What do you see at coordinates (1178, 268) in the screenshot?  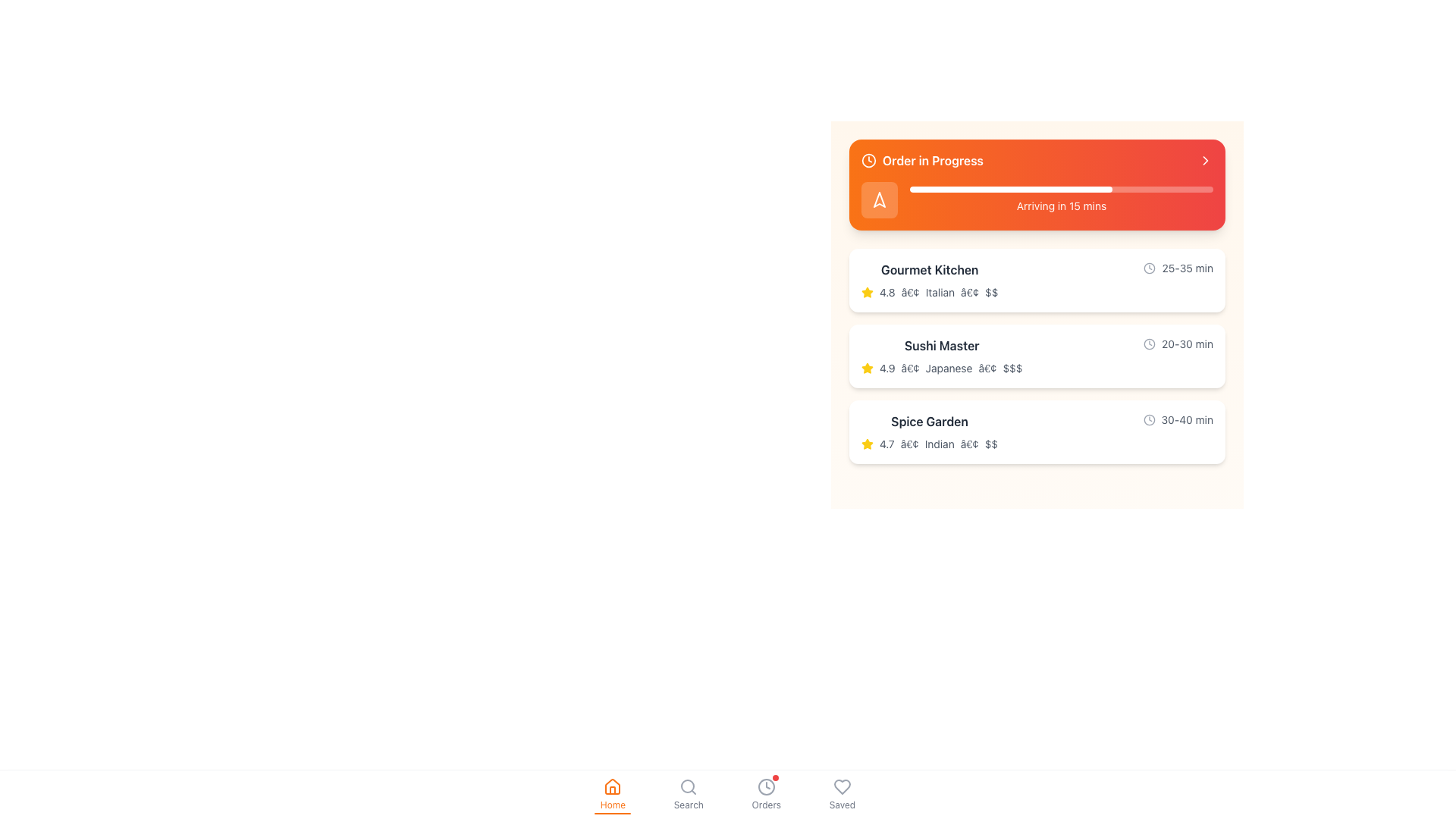 I see `the text label displaying '25-35 min', which is styled in gray and indicates the estimated delivery time, located on the right side of the 'Gourmet Kitchen' section` at bounding box center [1178, 268].